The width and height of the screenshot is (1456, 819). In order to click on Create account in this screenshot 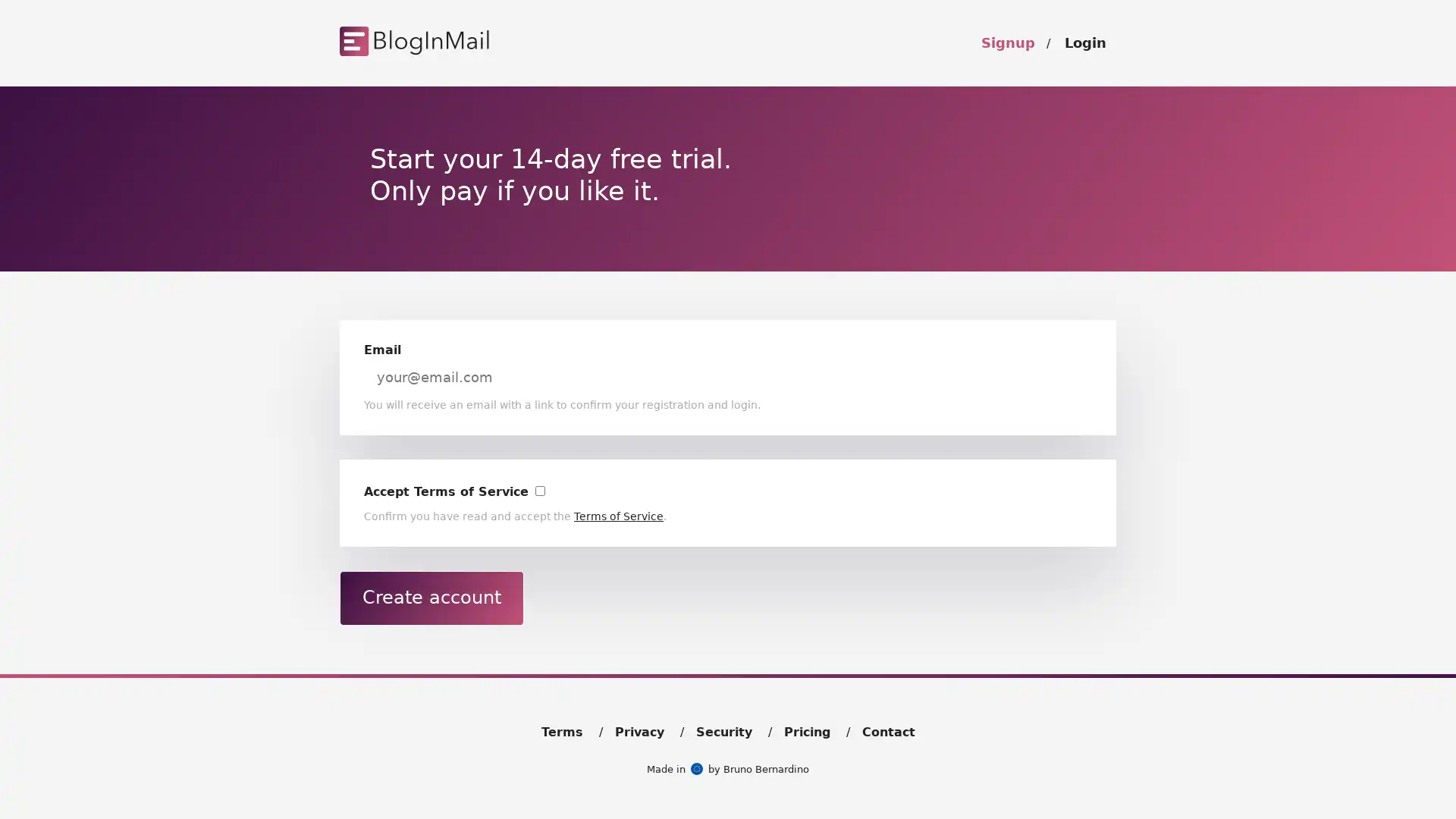, I will do `click(431, 596)`.